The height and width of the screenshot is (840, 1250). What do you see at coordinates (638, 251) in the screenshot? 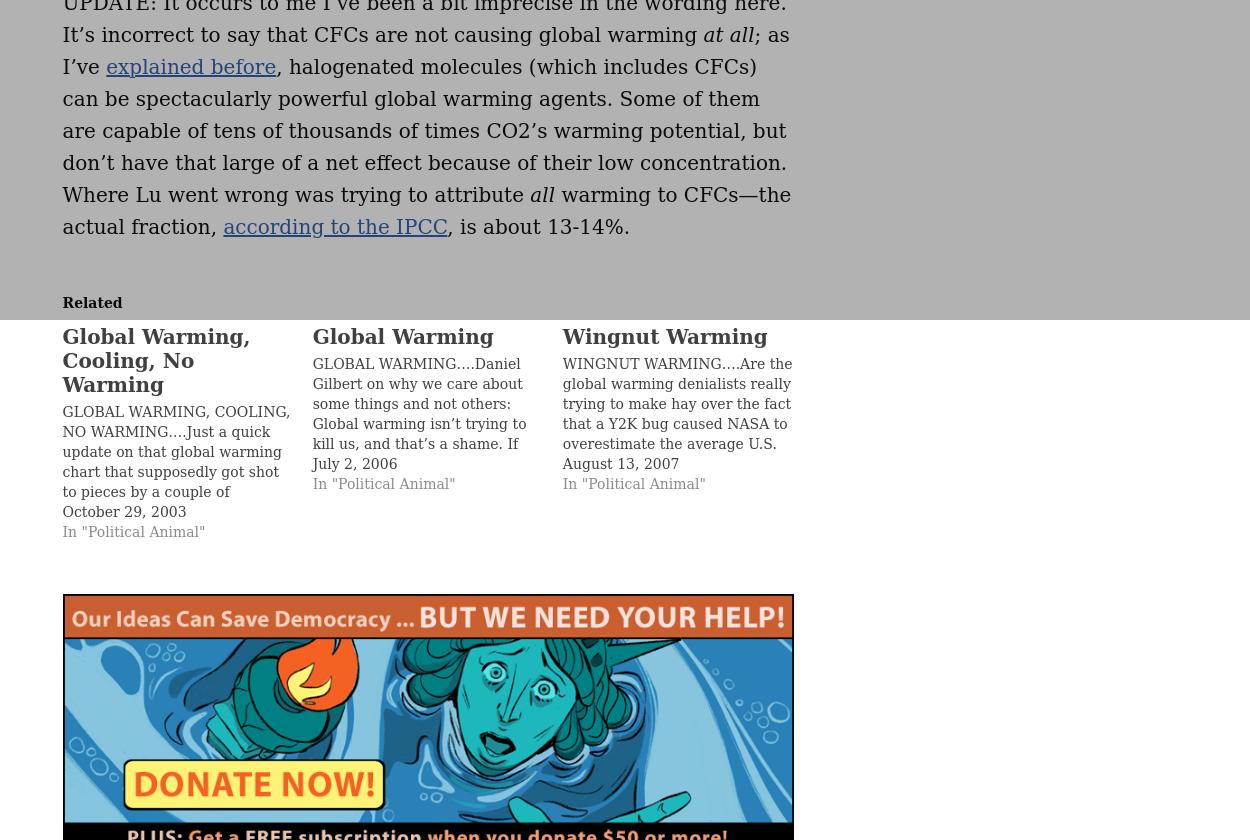
I see `'Search powered by Jetpack'` at bounding box center [638, 251].